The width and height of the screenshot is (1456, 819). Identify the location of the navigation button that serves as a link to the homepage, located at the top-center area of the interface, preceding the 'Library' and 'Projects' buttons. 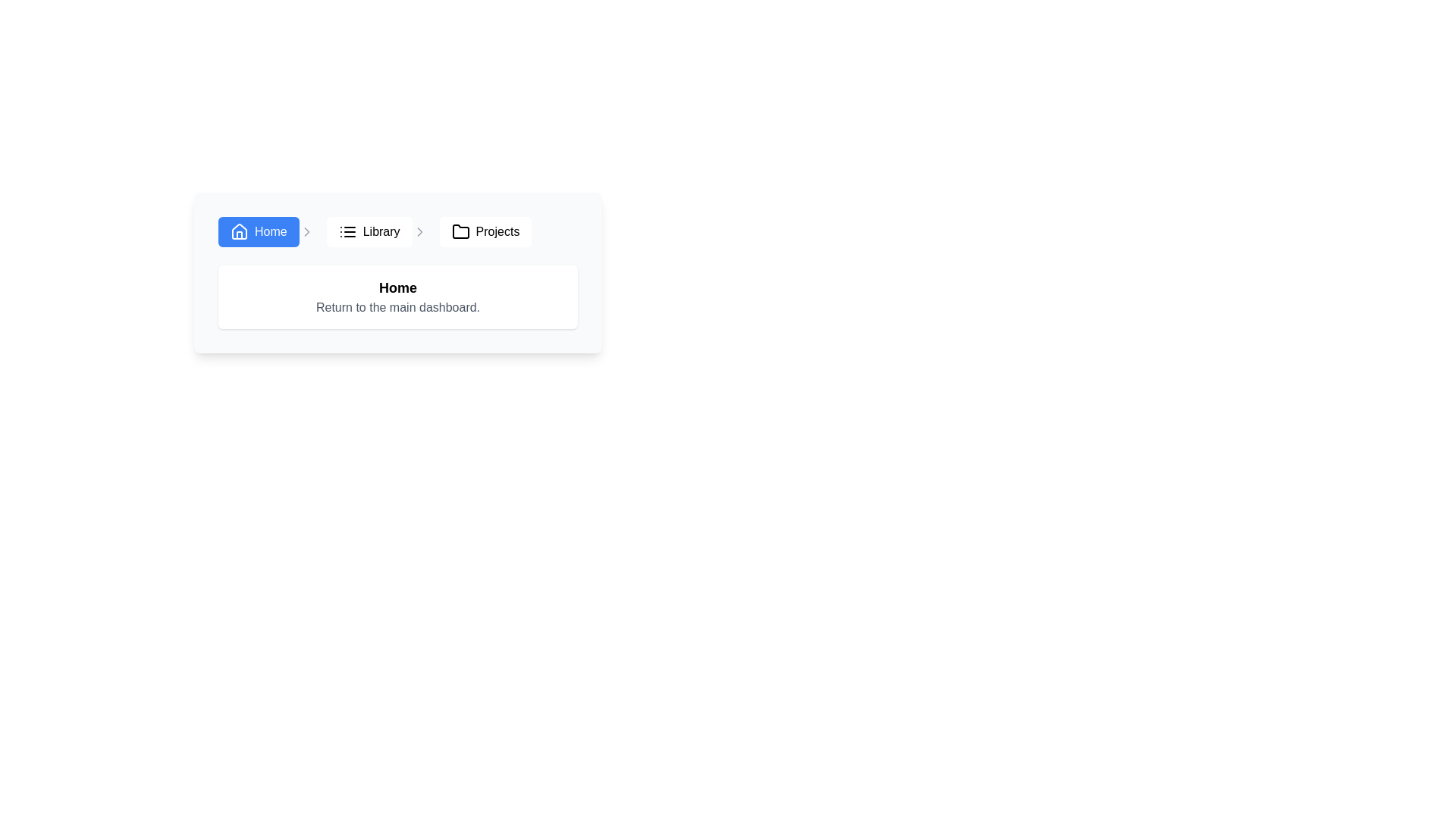
(259, 231).